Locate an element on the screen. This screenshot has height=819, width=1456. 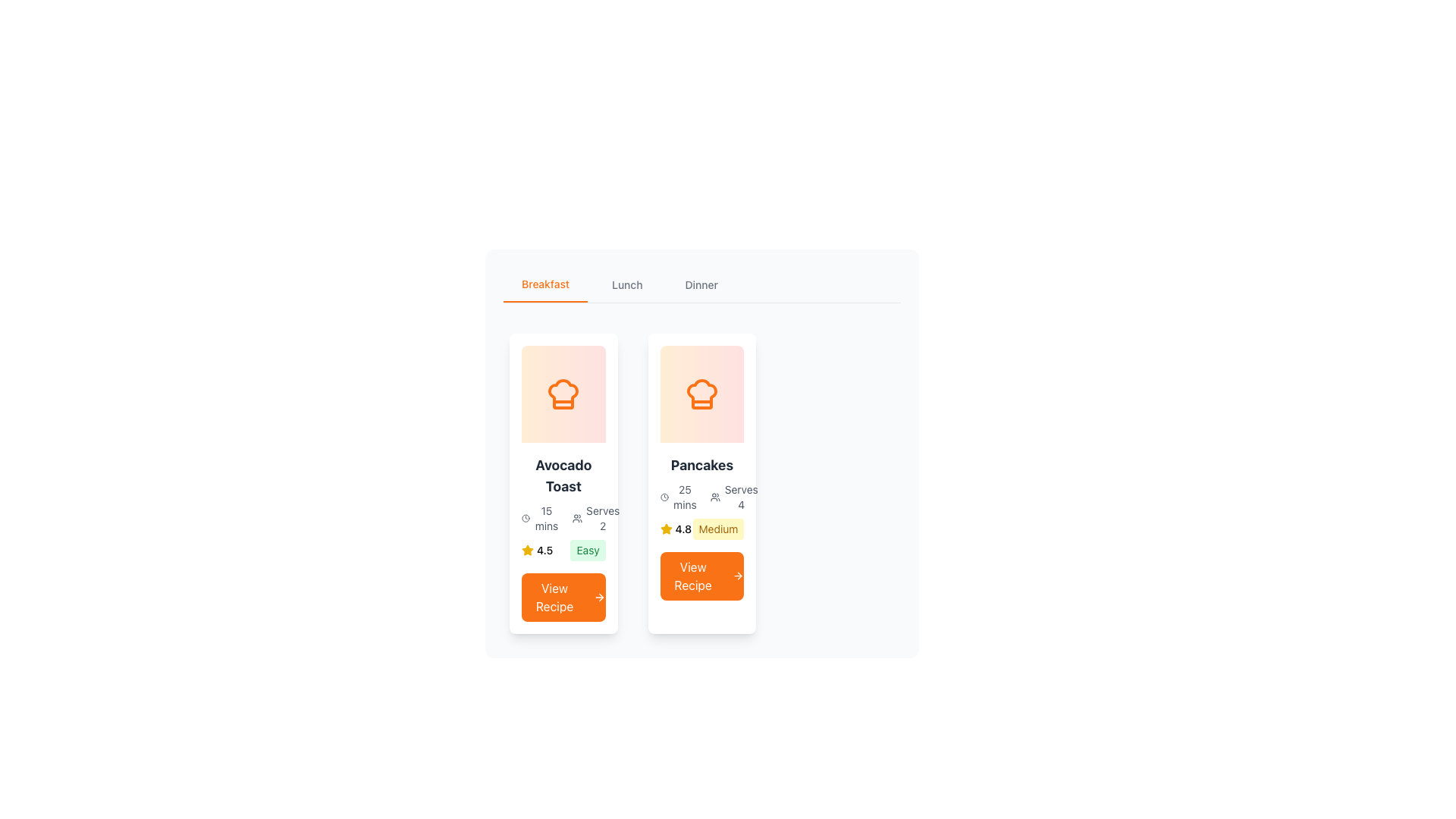
information displayed on the informational text element indicating the number of servings for the 'Pancakes' recipe, located in the second card under the recipe description and to the right of the time required section is located at coordinates (735, 497).